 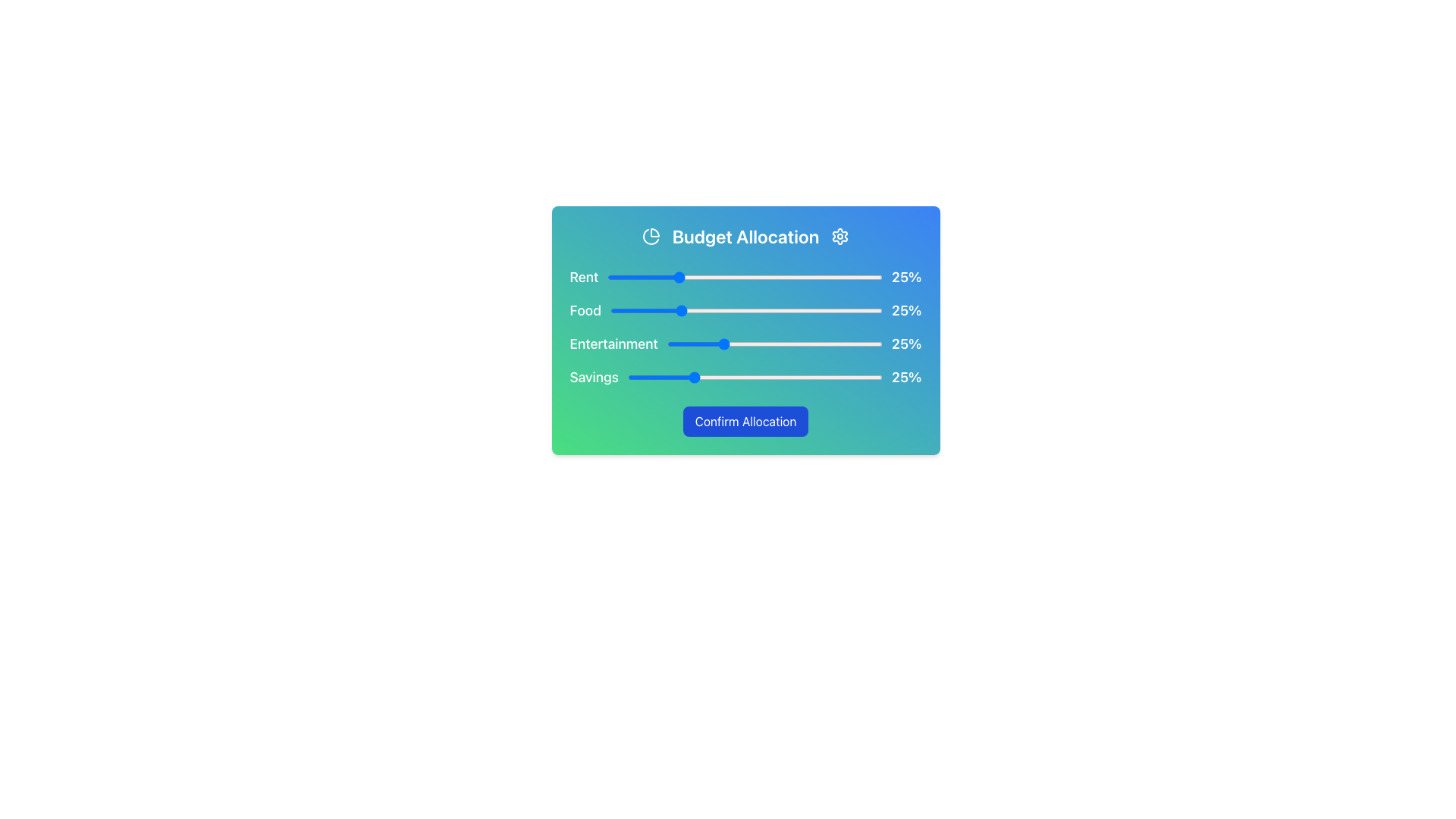 What do you see at coordinates (651, 237) in the screenshot?
I see `the minimalist outline pie chart icon located in the upper left portion of the 'Budget Allocation' component` at bounding box center [651, 237].